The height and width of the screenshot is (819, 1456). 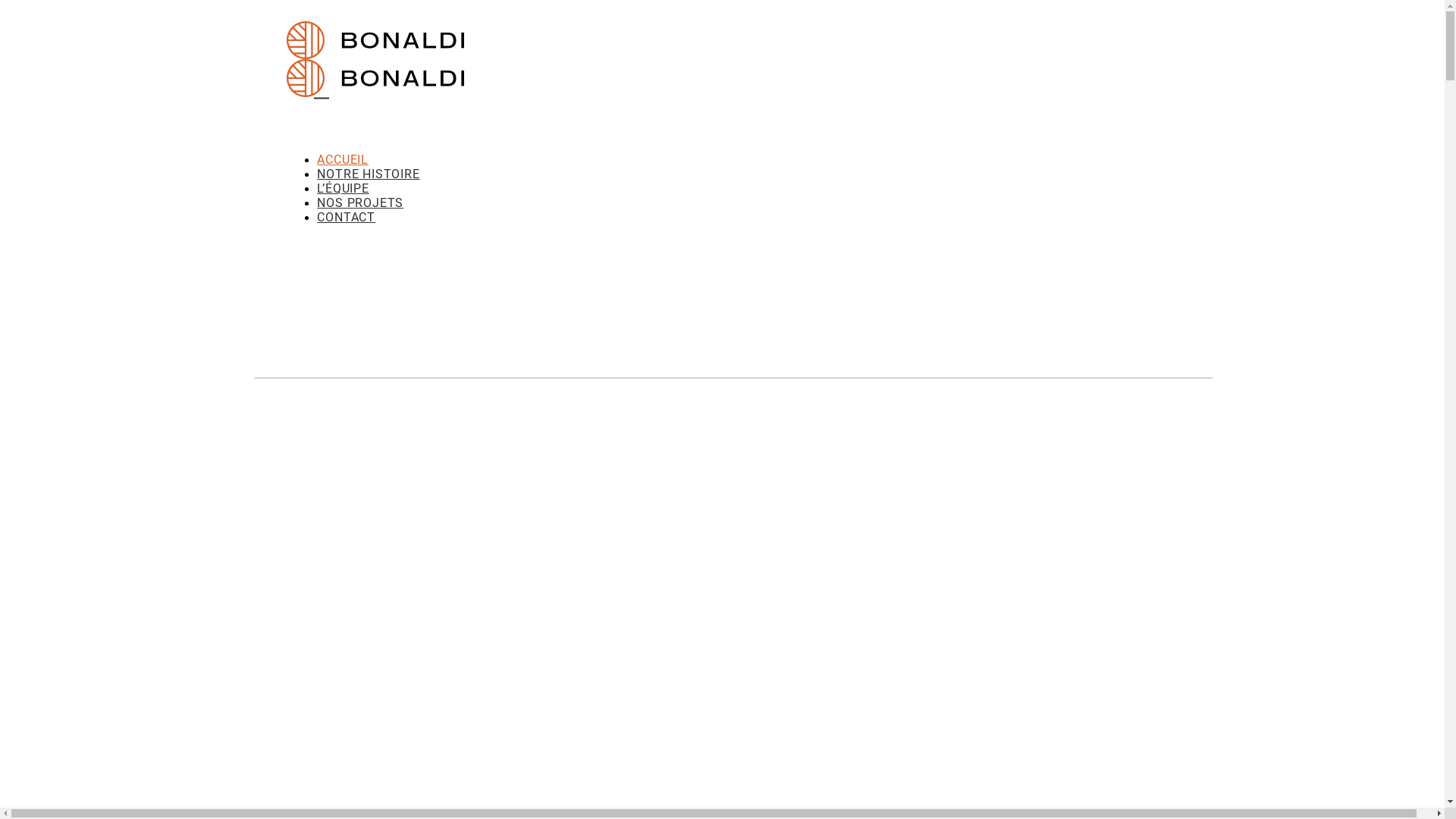 I want to click on 'NOS PROJETS', so click(x=359, y=202).